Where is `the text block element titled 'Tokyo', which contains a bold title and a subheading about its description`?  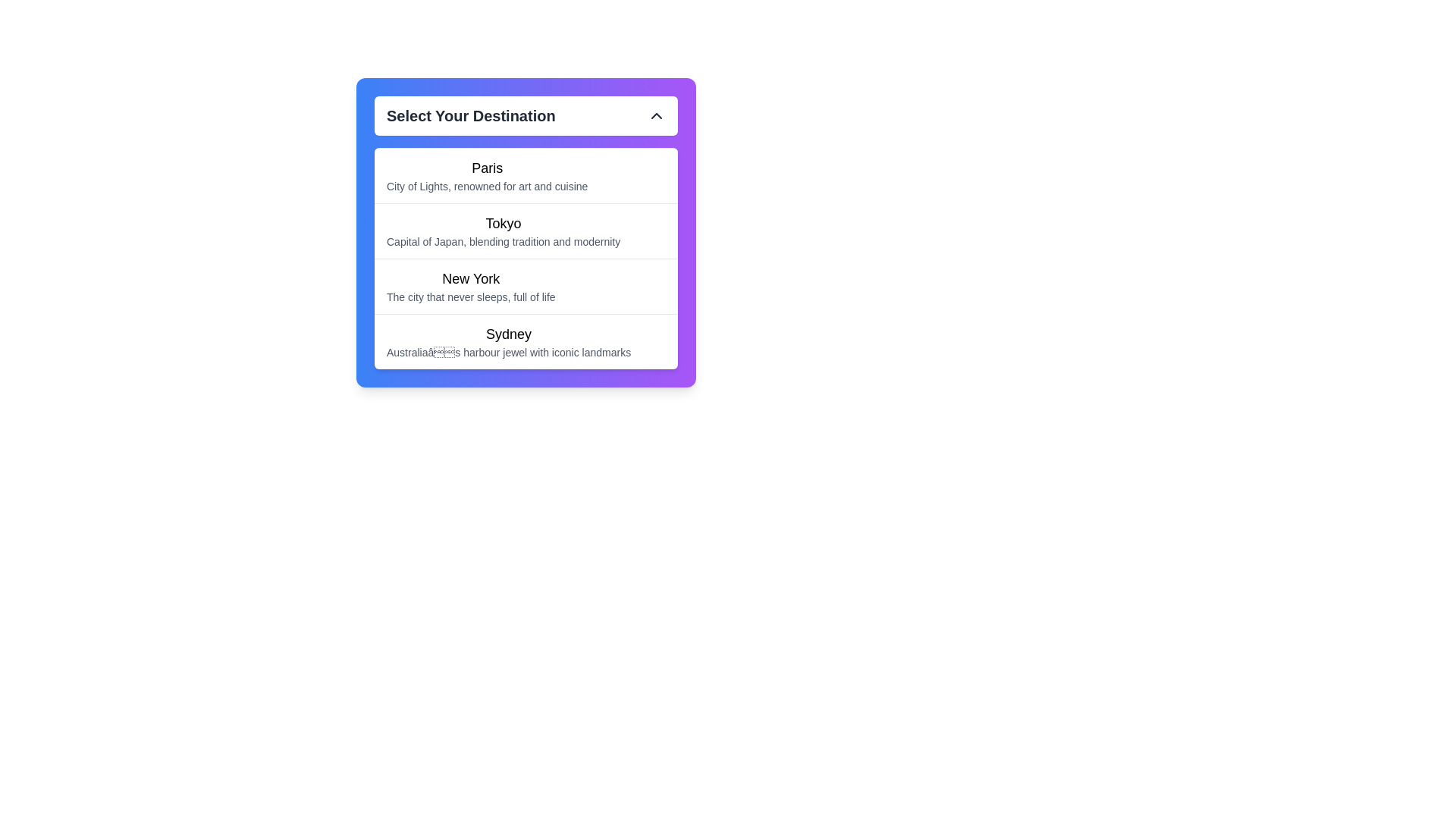 the text block element titled 'Tokyo', which contains a bold title and a subheading about its description is located at coordinates (504, 231).